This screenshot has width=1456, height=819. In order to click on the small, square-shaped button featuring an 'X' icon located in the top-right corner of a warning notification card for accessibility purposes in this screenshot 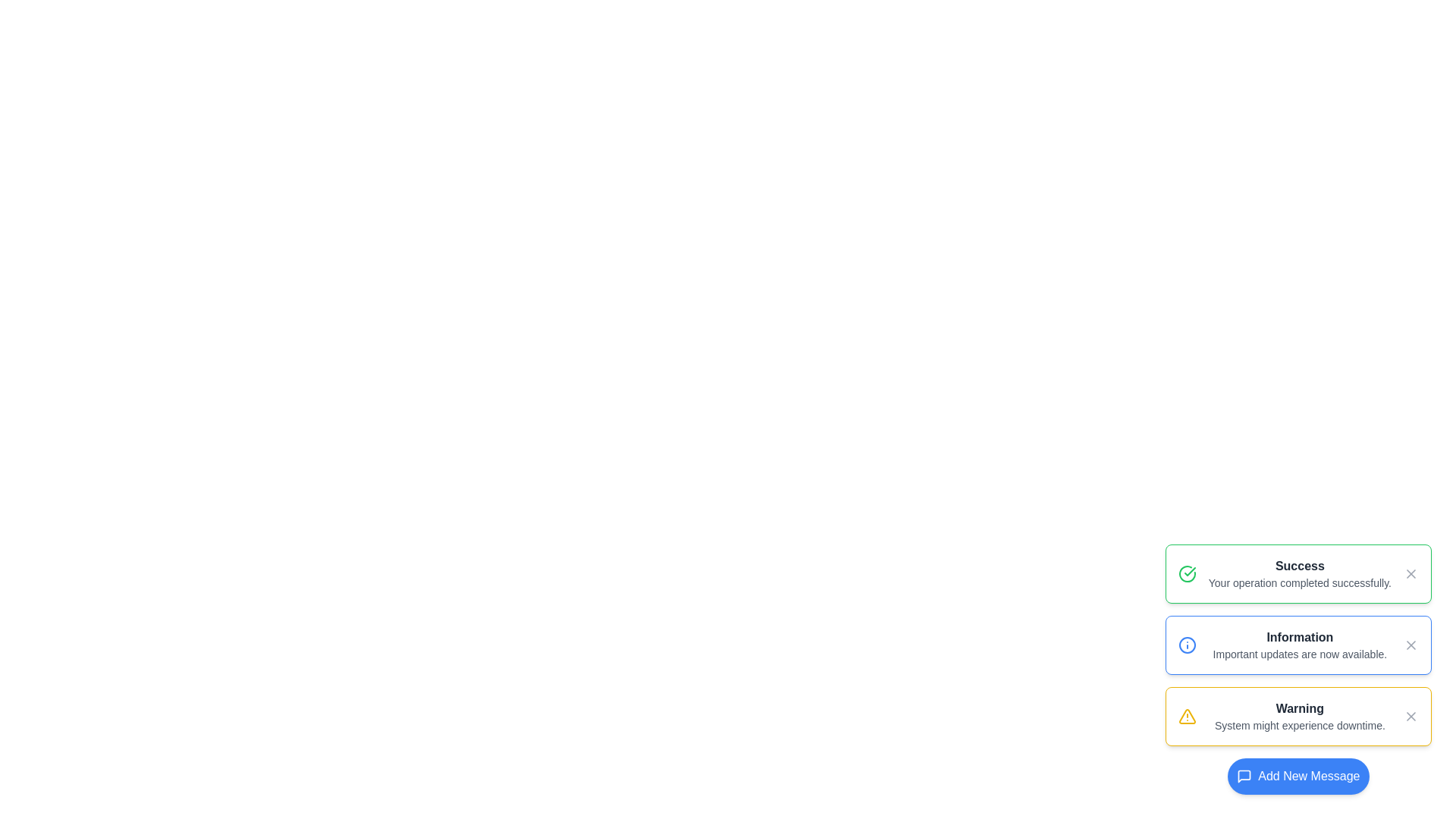, I will do `click(1410, 717)`.